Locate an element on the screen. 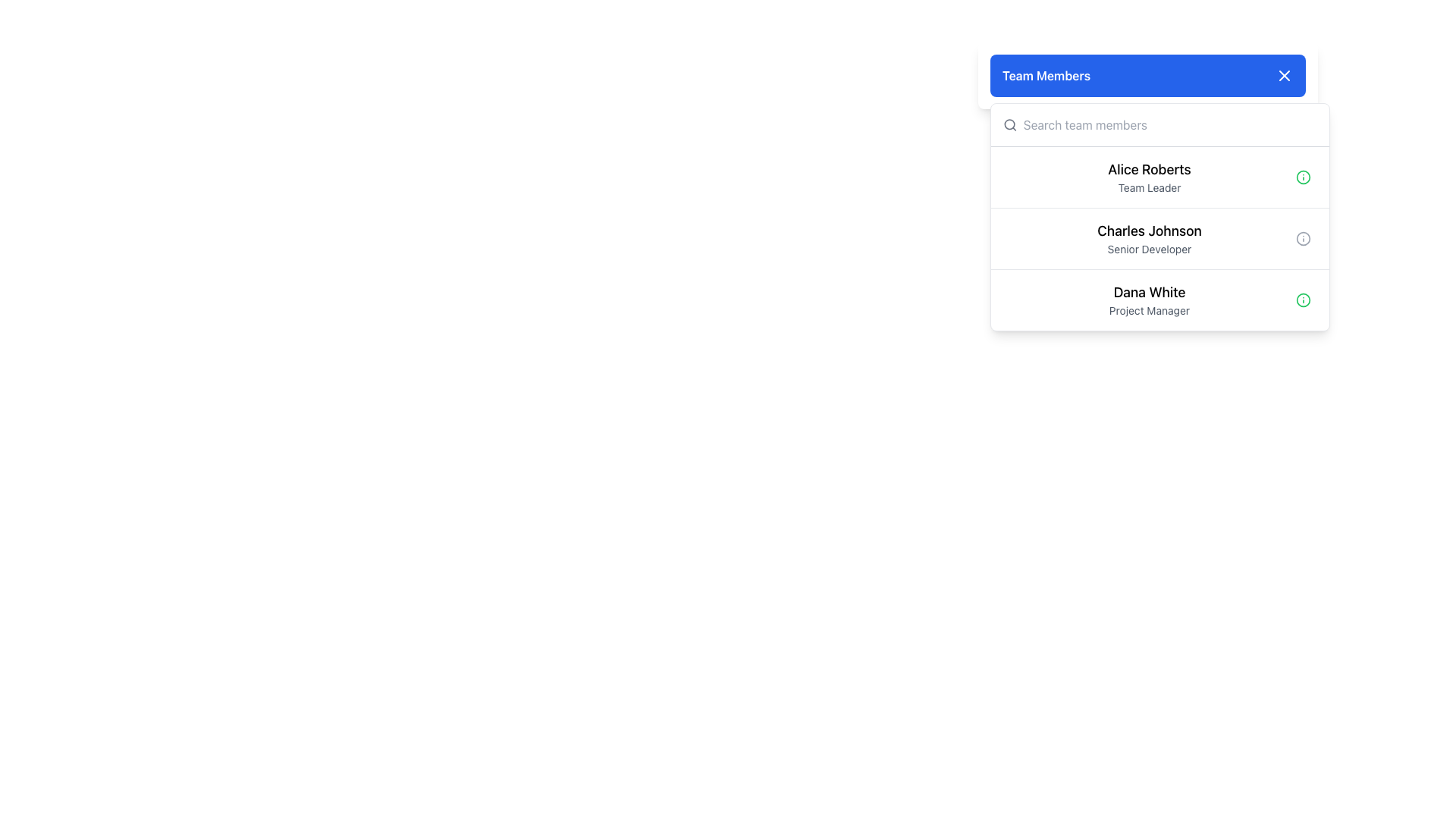 This screenshot has width=1456, height=819. the close button icon located in the top-right corner of the 'Team Members' header bar is located at coordinates (1284, 76).